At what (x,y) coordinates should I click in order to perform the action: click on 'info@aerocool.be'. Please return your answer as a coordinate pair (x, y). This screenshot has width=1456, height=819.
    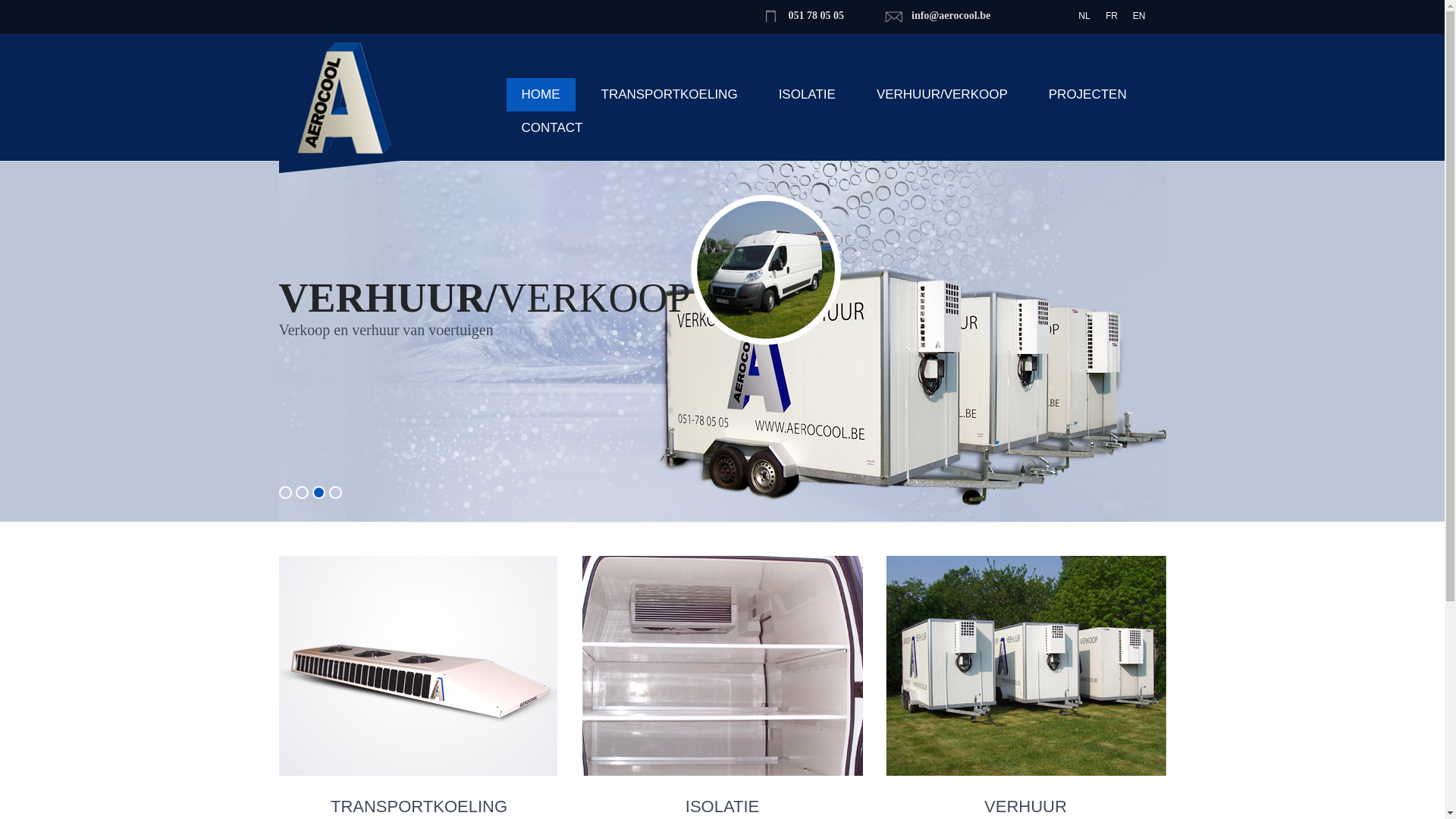
    Looking at the image, I should click on (949, 15).